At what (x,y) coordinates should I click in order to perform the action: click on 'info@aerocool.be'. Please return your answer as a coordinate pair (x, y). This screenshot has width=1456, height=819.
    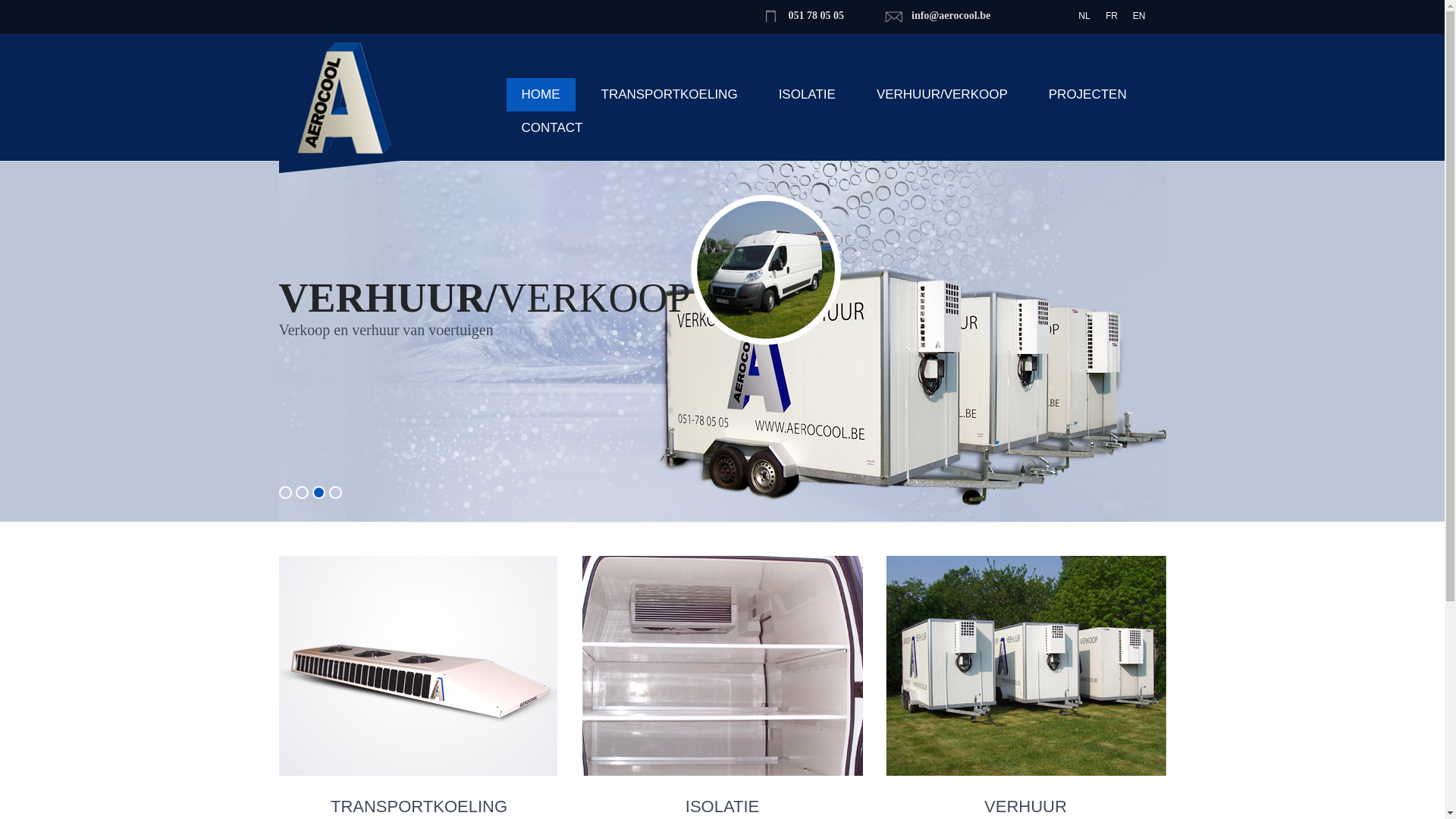
    Looking at the image, I should click on (949, 15).